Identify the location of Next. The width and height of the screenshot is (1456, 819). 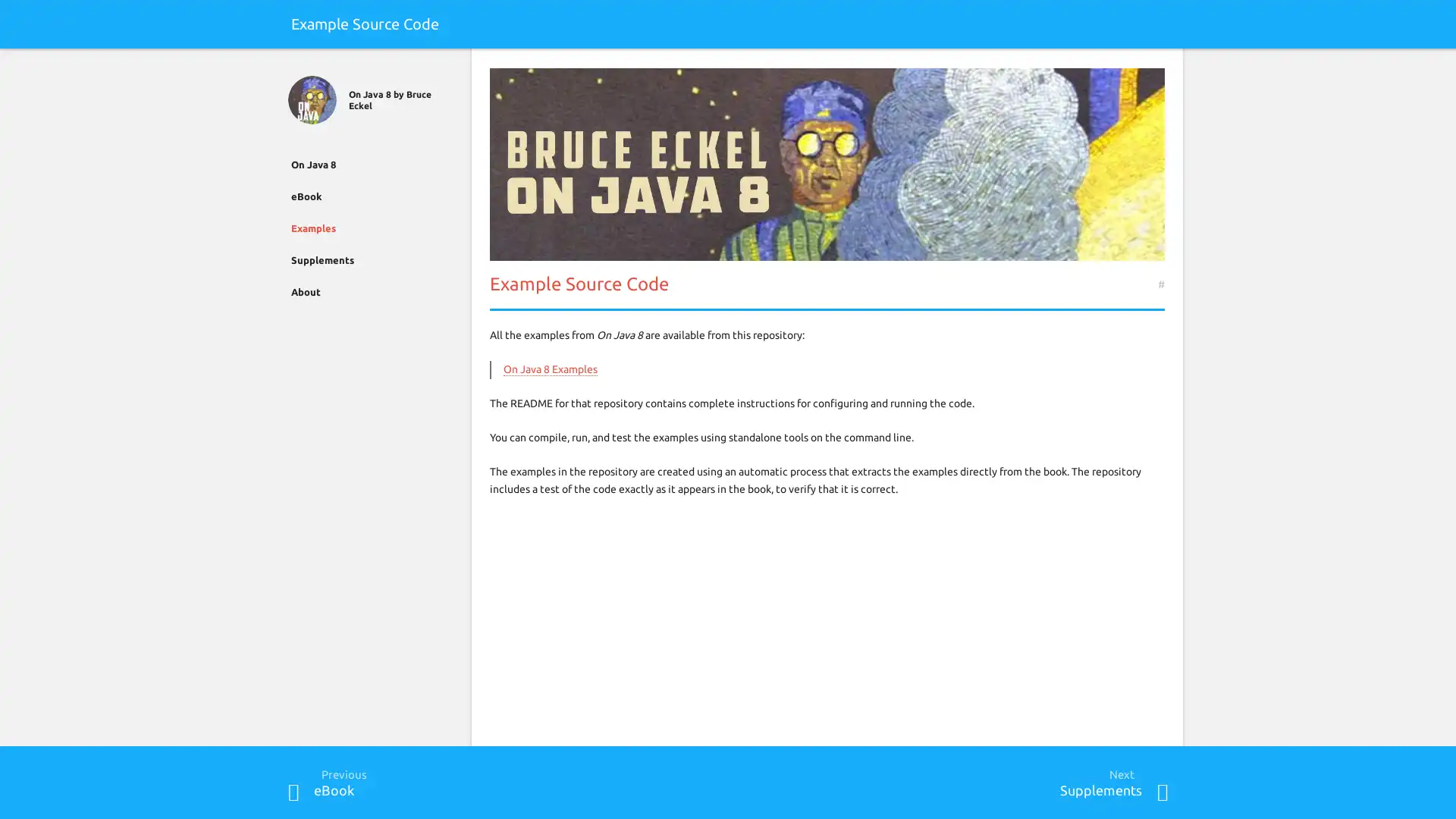
(1161, 791).